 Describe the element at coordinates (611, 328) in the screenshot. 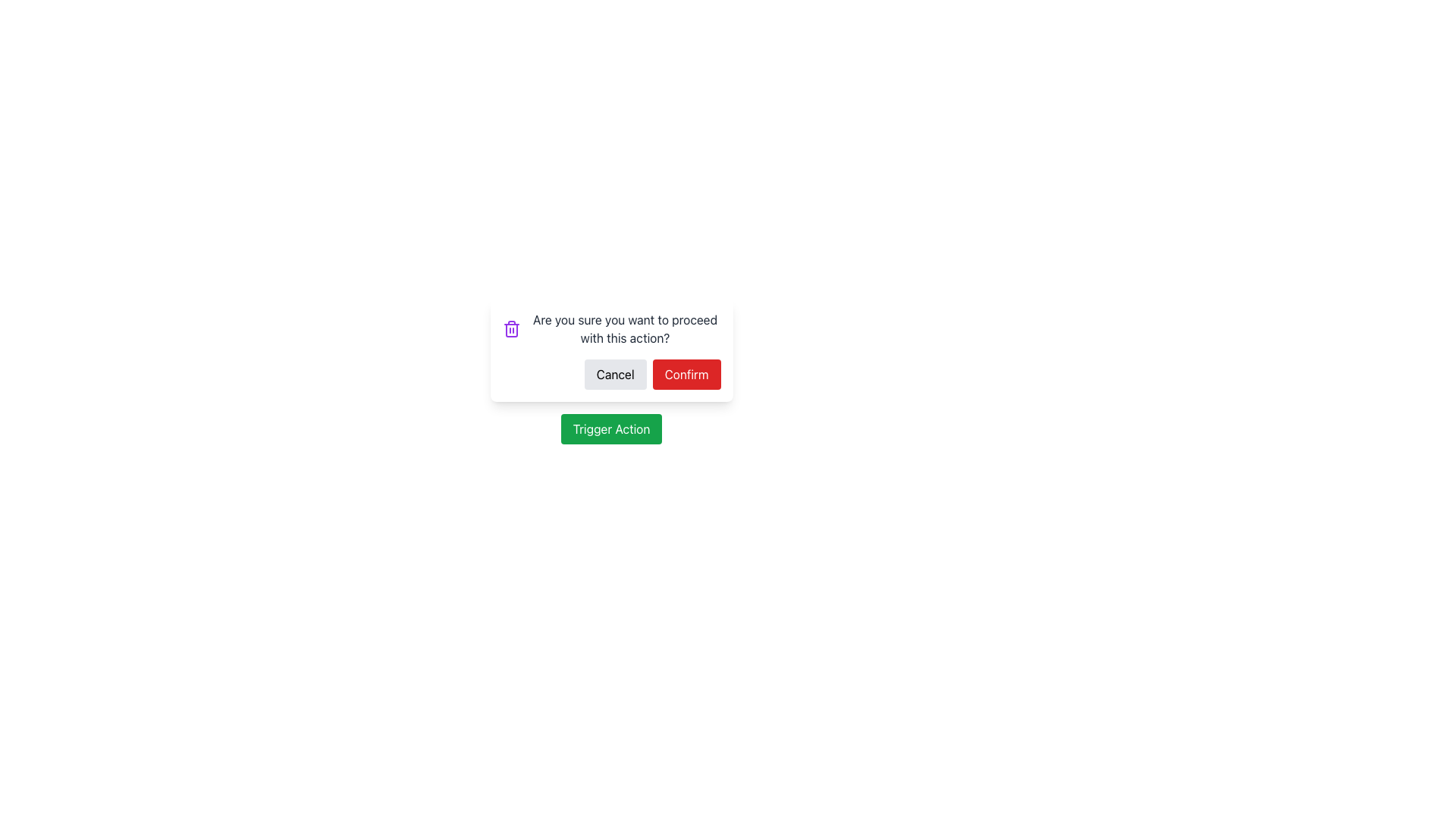

I see `the text element displaying the message 'Are you sure you want to proceed with this action?' accompanied by a trash can icon, located in the modal above the 'Cancel' and 'Confirm' buttons` at that location.